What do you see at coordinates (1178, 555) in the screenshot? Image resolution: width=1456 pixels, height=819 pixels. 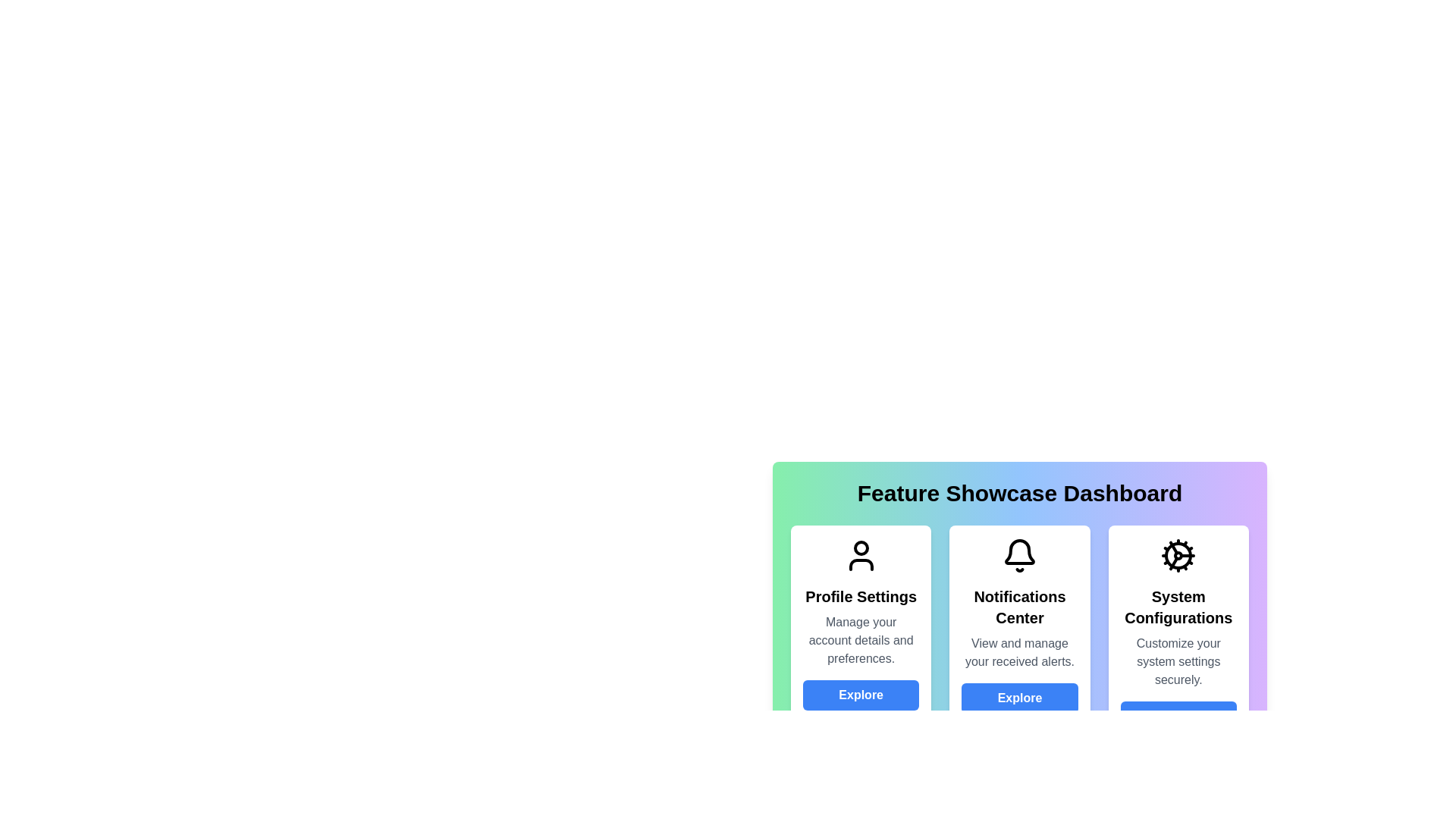 I see `the cogwheel icon representing 'System Configurations' located at the rightmost position among a row of three cards under the 'Feature Showcase Dashboard'` at bounding box center [1178, 555].